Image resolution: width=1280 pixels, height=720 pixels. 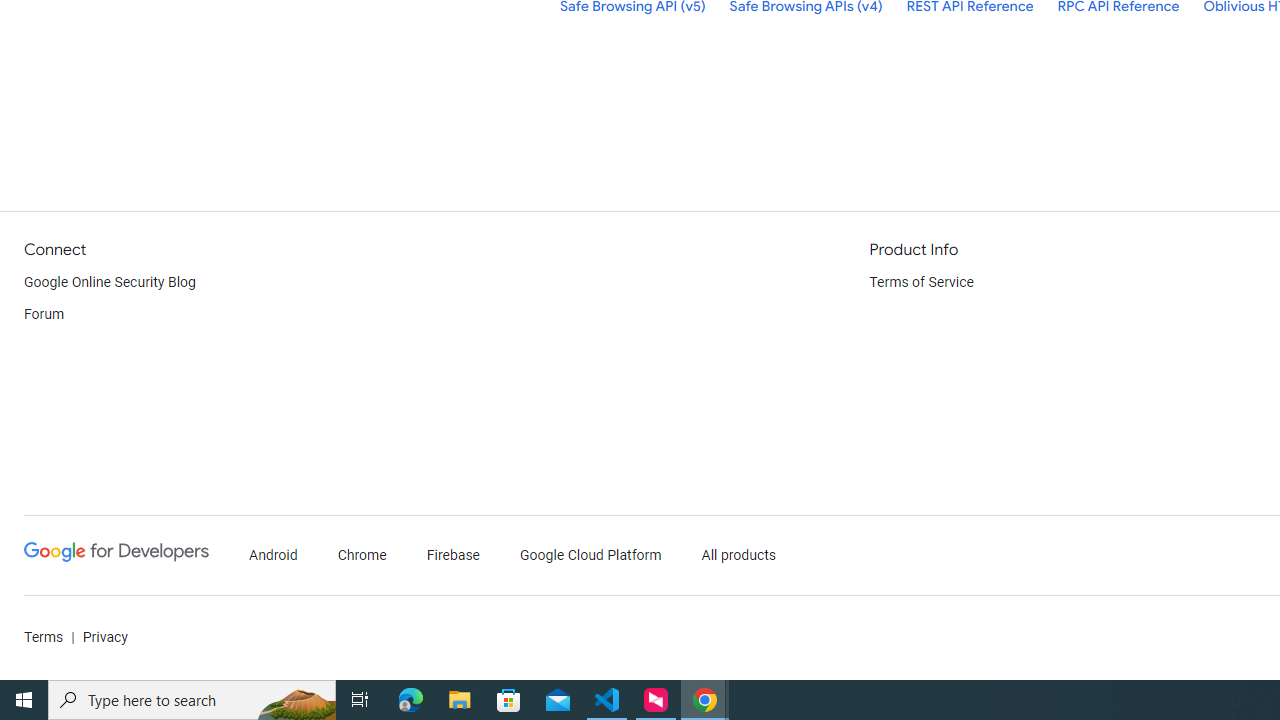 What do you see at coordinates (738, 555) in the screenshot?
I see `'All products'` at bounding box center [738, 555].